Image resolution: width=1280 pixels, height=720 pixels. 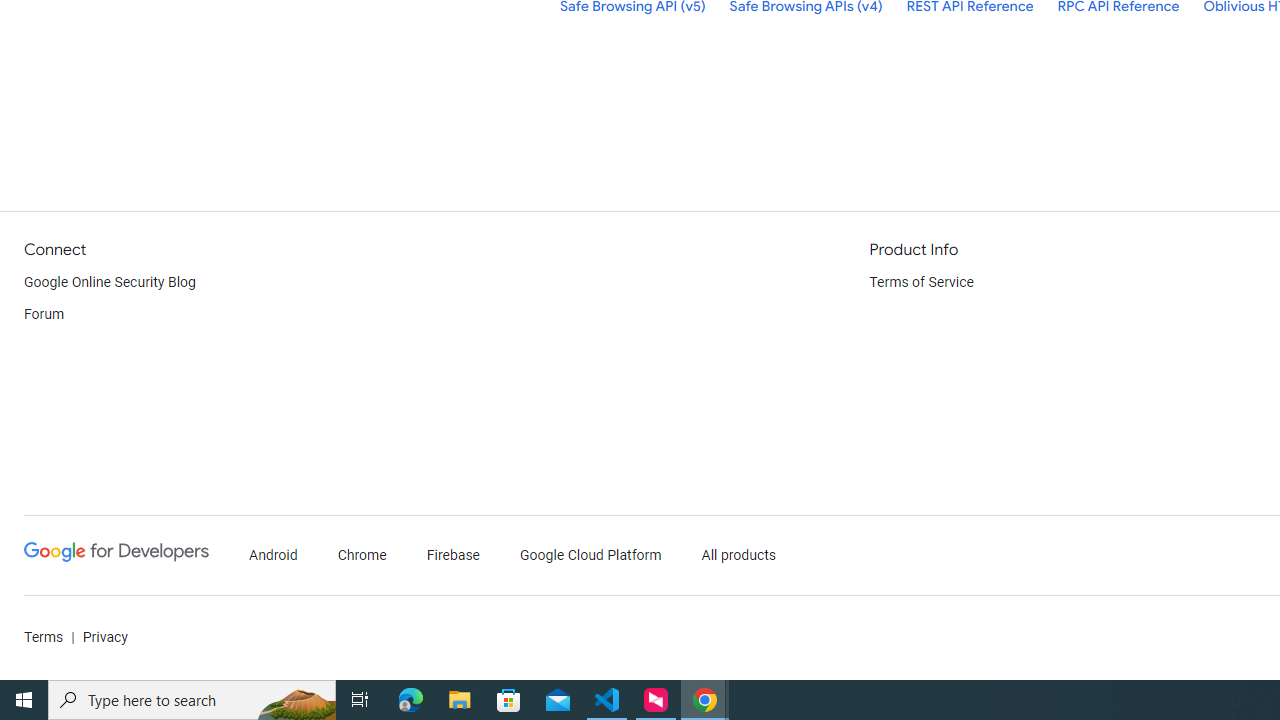 What do you see at coordinates (738, 555) in the screenshot?
I see `'All products'` at bounding box center [738, 555].